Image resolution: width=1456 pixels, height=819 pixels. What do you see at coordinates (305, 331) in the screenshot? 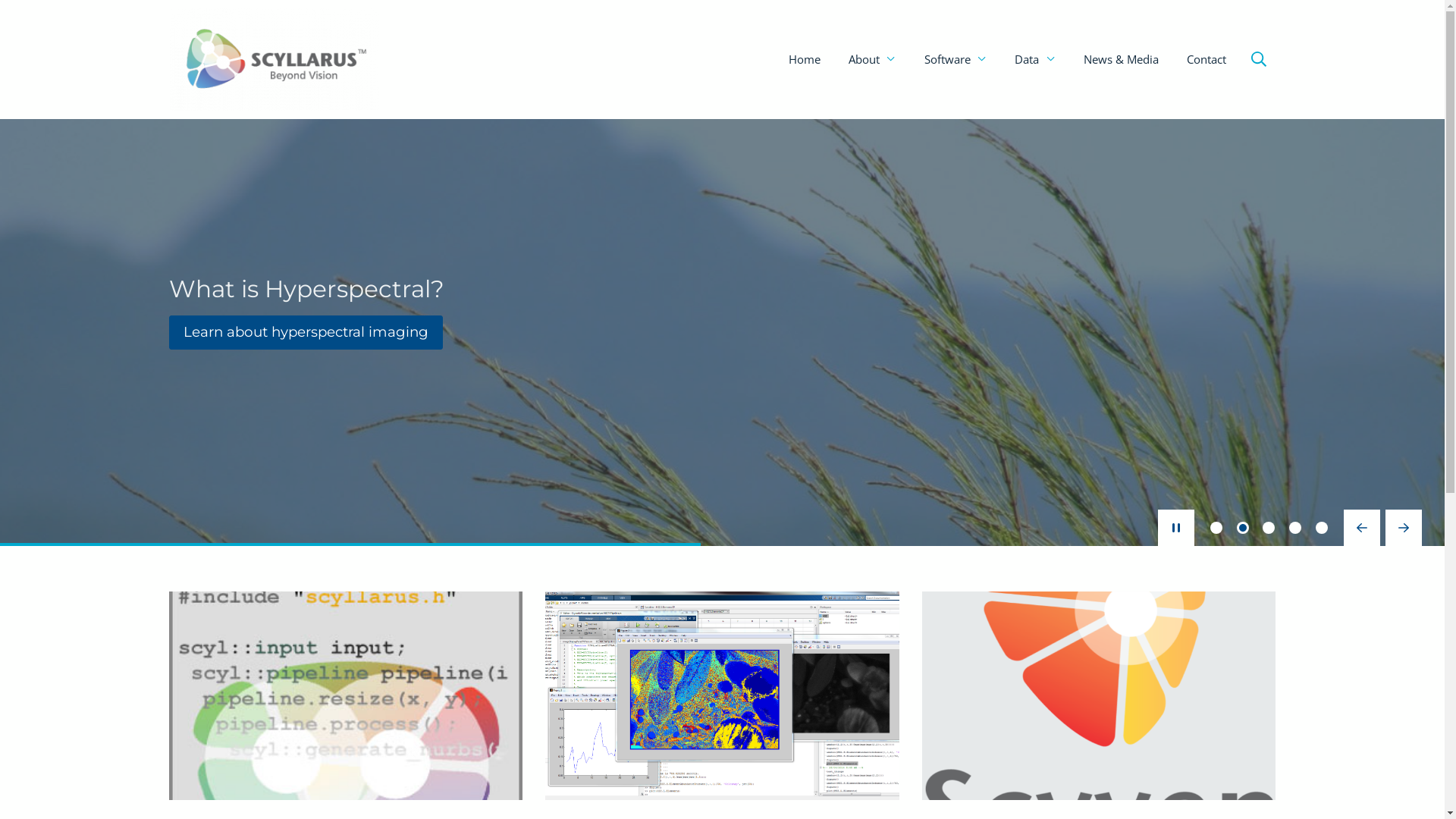
I see `'Learn about hyperspectral imaging'` at bounding box center [305, 331].